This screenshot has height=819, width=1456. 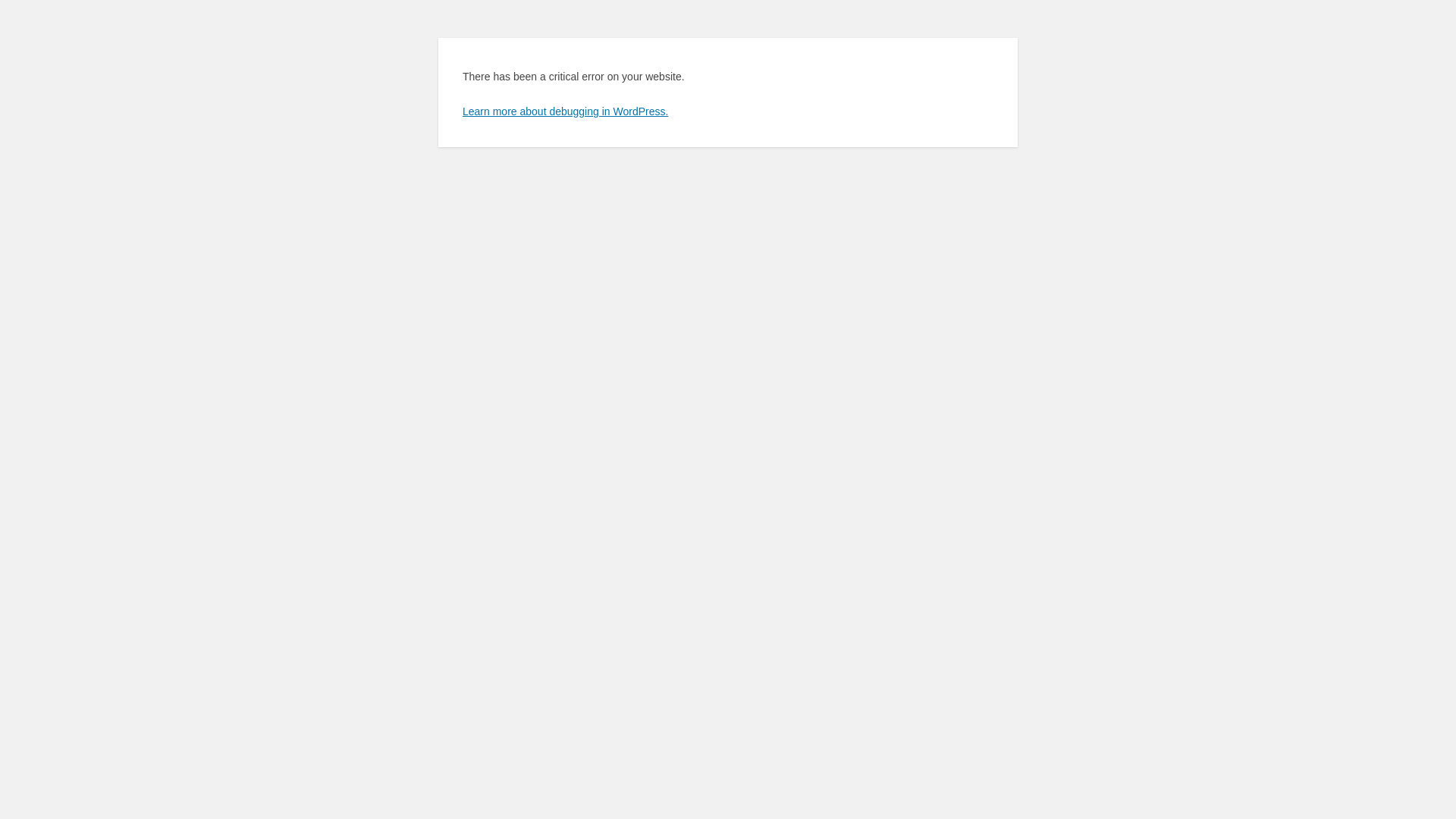 What do you see at coordinates (564, 110) in the screenshot?
I see `'Learn more about debugging in WordPress.'` at bounding box center [564, 110].